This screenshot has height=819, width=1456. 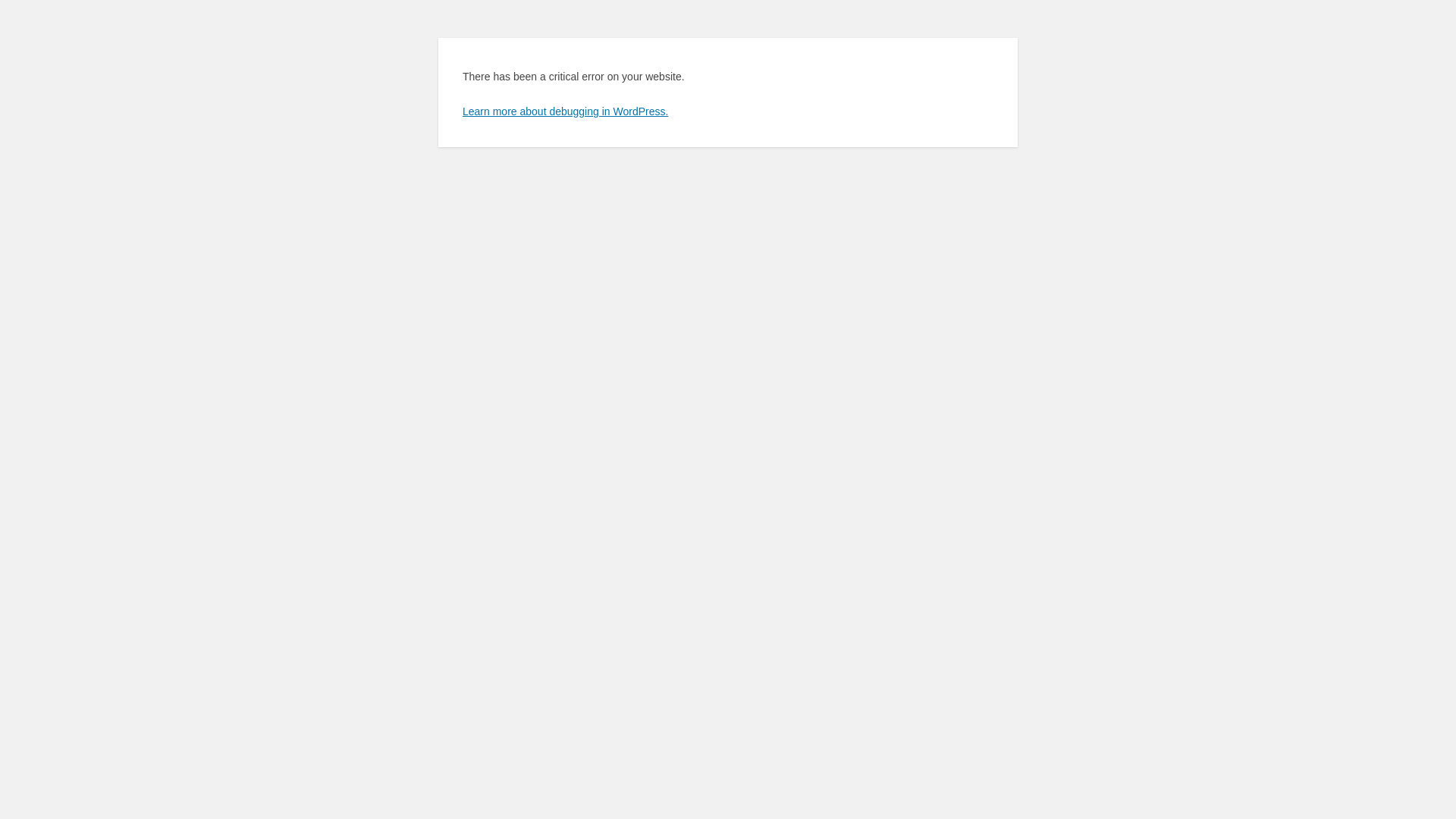 What do you see at coordinates (564, 110) in the screenshot?
I see `'Learn more about debugging in WordPress.'` at bounding box center [564, 110].